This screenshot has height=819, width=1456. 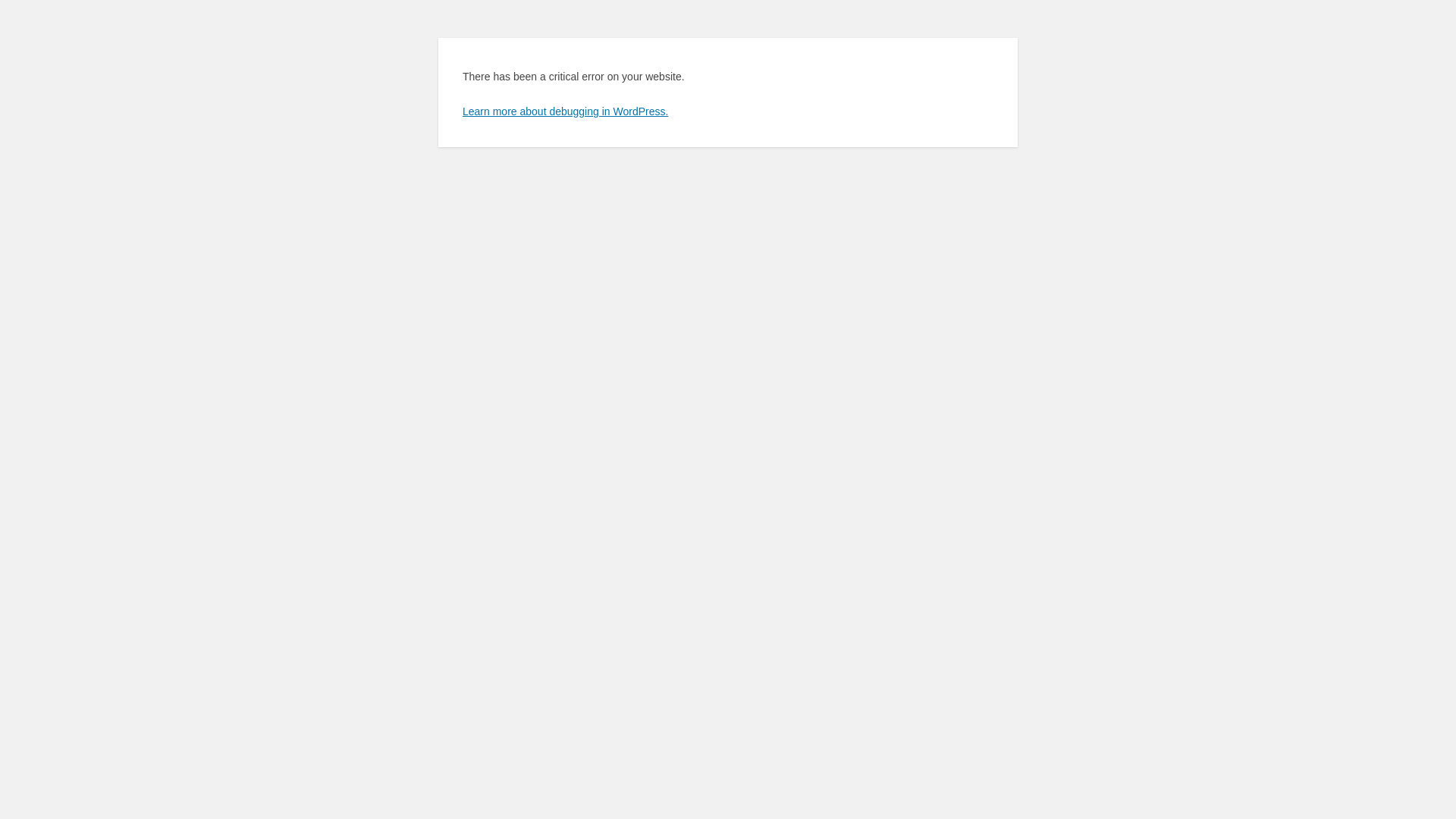 What do you see at coordinates (564, 110) in the screenshot?
I see `'Learn more about debugging in WordPress.'` at bounding box center [564, 110].